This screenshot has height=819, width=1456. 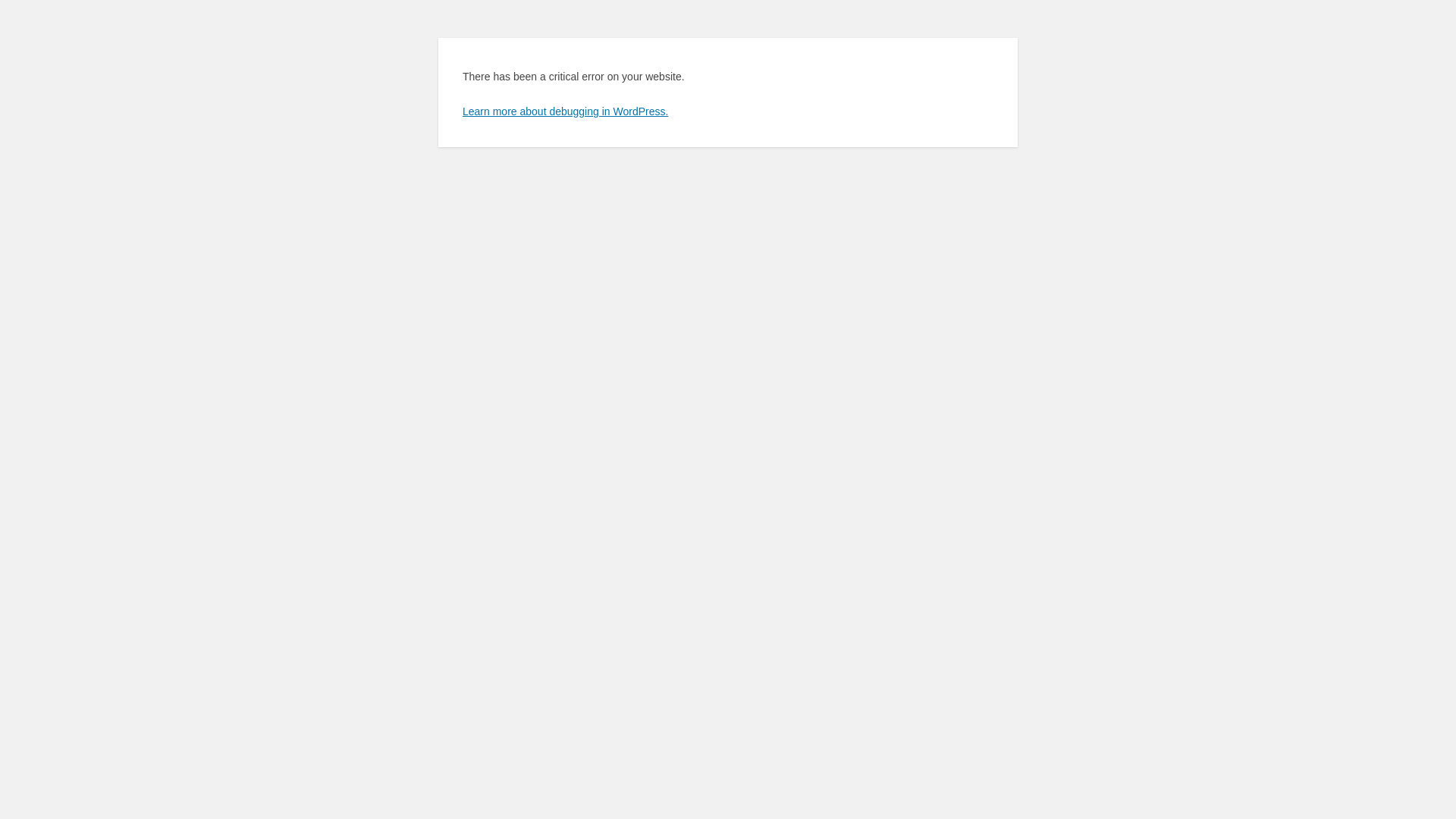 What do you see at coordinates (564, 110) in the screenshot?
I see `'Learn more about debugging in WordPress.'` at bounding box center [564, 110].